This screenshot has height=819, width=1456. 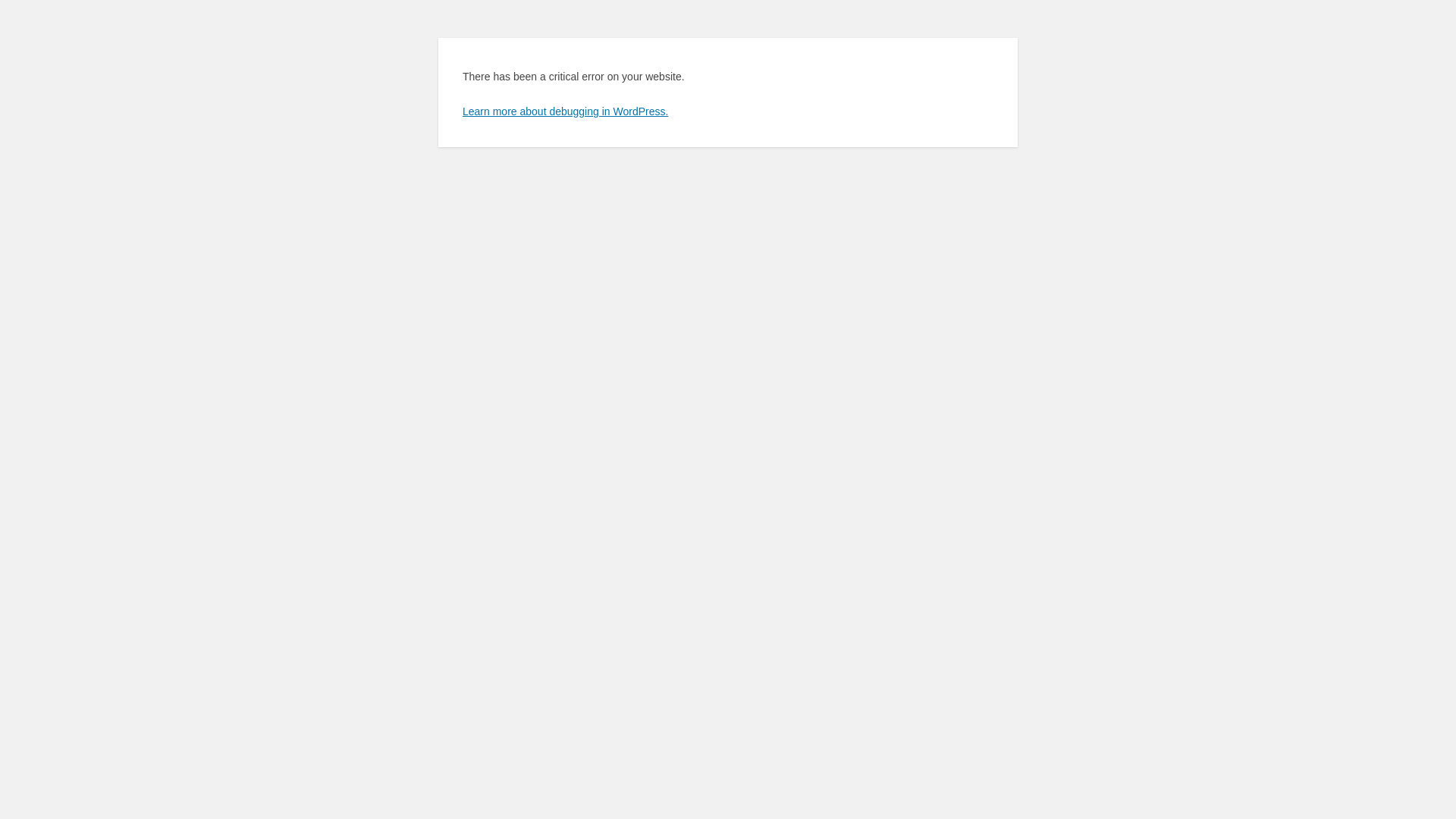 What do you see at coordinates (564, 110) in the screenshot?
I see `'Learn more about debugging in WordPress.'` at bounding box center [564, 110].